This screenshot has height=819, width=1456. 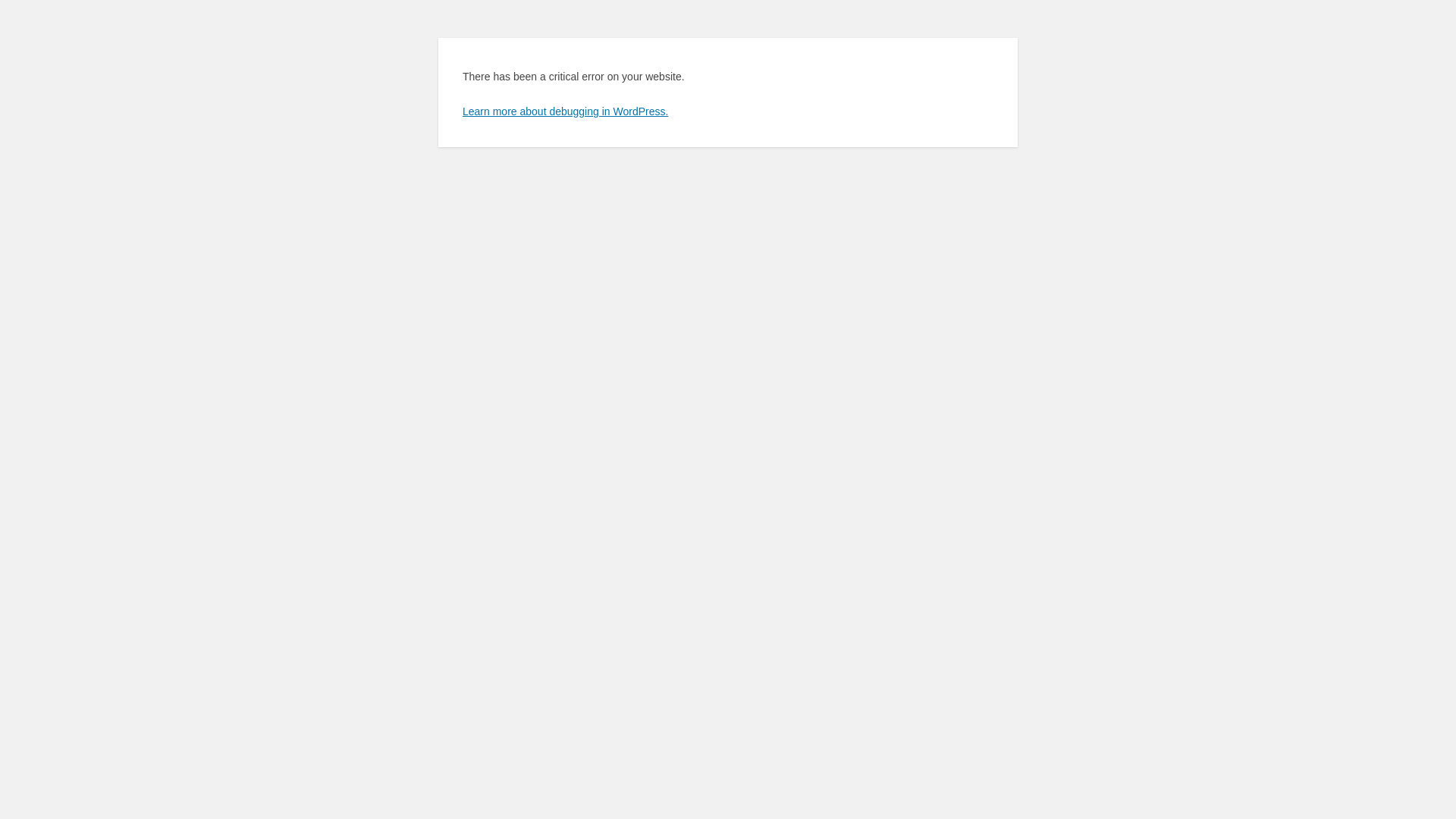 What do you see at coordinates (564, 110) in the screenshot?
I see `'Learn more about debugging in WordPress.'` at bounding box center [564, 110].